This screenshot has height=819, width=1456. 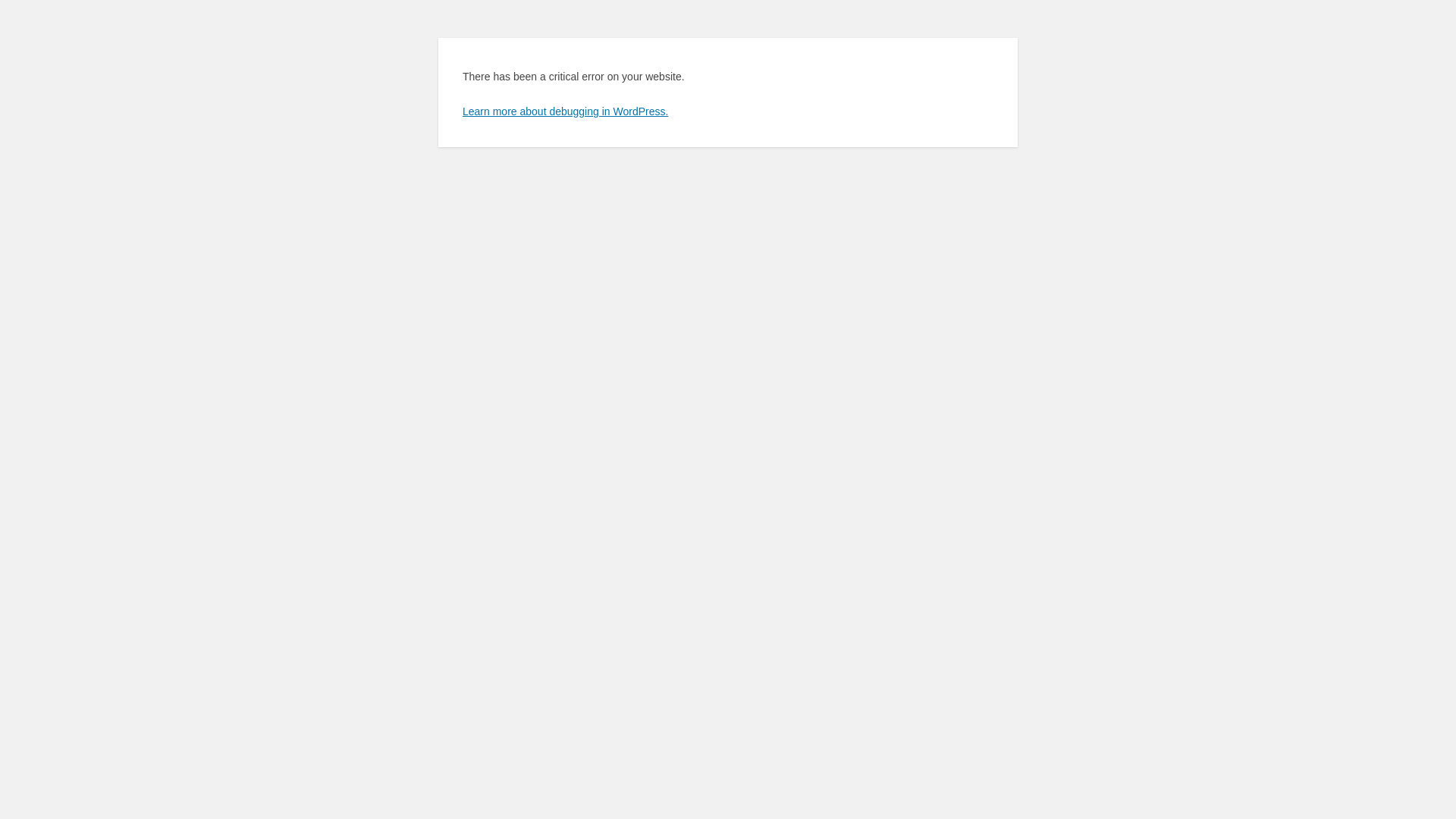 What do you see at coordinates (564, 110) in the screenshot?
I see `'Learn more about debugging in WordPress.'` at bounding box center [564, 110].